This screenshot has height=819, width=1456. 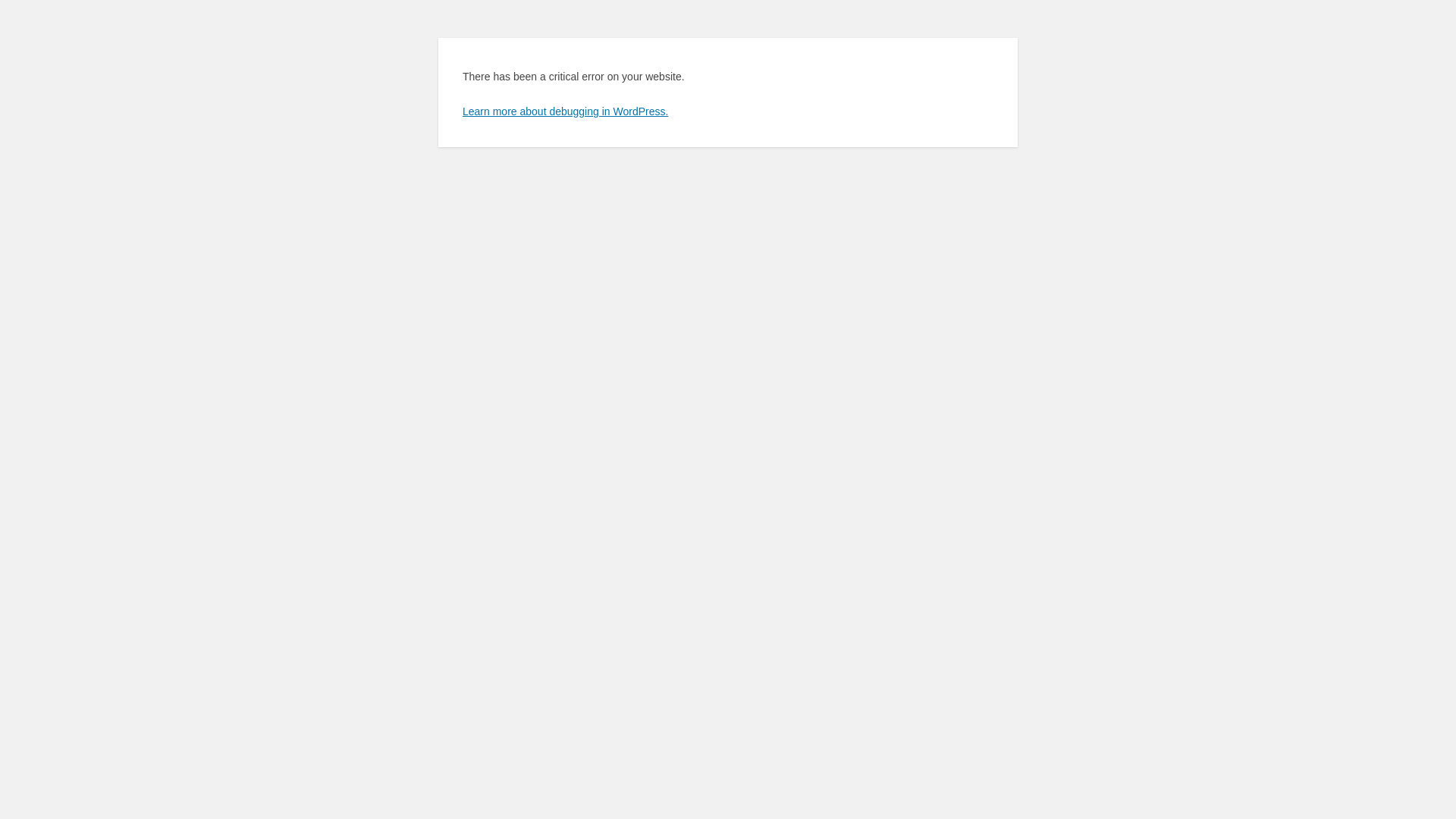 What do you see at coordinates (564, 110) in the screenshot?
I see `'Learn more about debugging in WordPress.'` at bounding box center [564, 110].